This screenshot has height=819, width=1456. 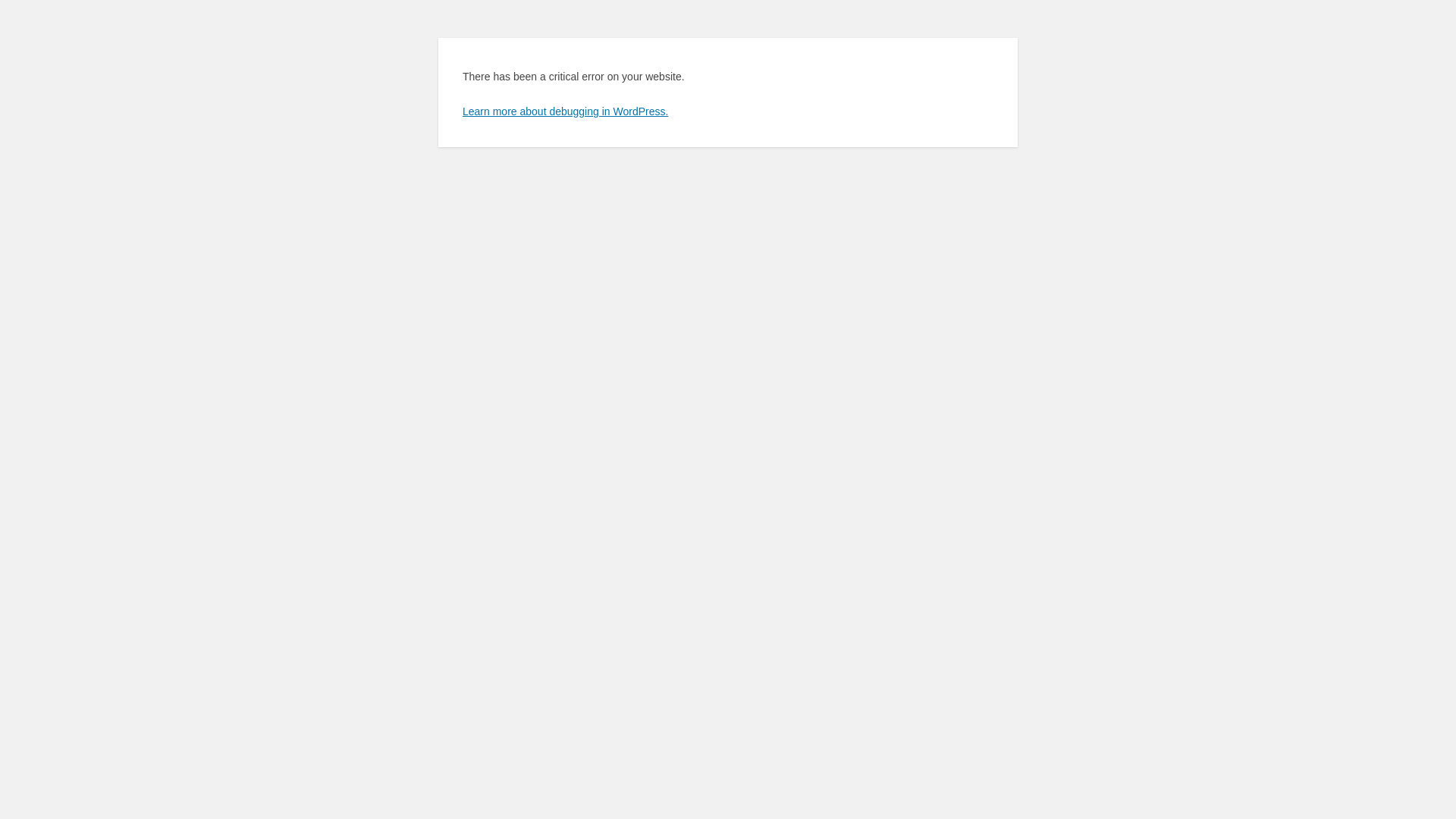 What do you see at coordinates (564, 110) in the screenshot?
I see `'Learn more about debugging in WordPress.'` at bounding box center [564, 110].